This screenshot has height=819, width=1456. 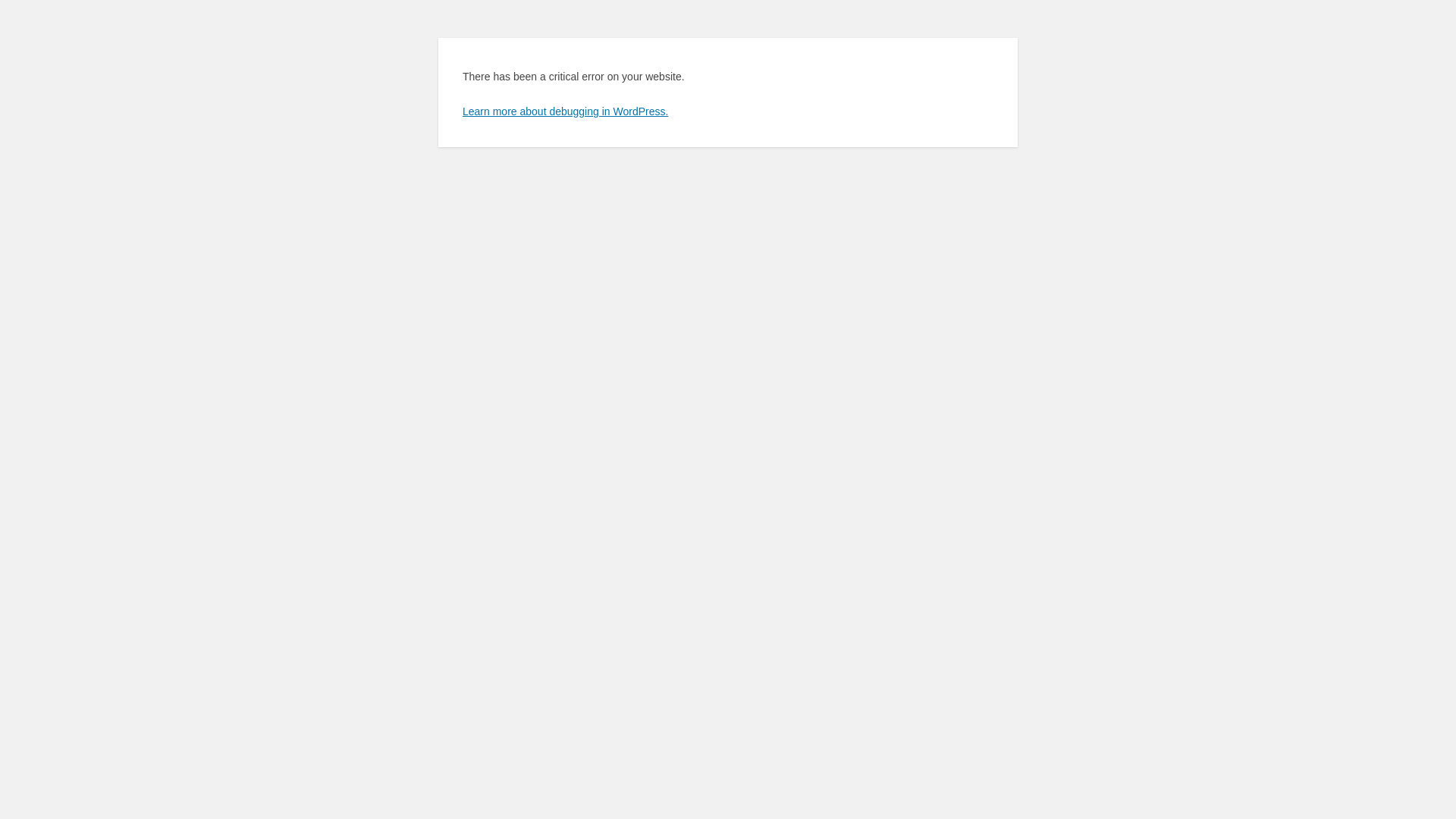 What do you see at coordinates (564, 110) in the screenshot?
I see `'Learn more about debugging in WordPress.'` at bounding box center [564, 110].